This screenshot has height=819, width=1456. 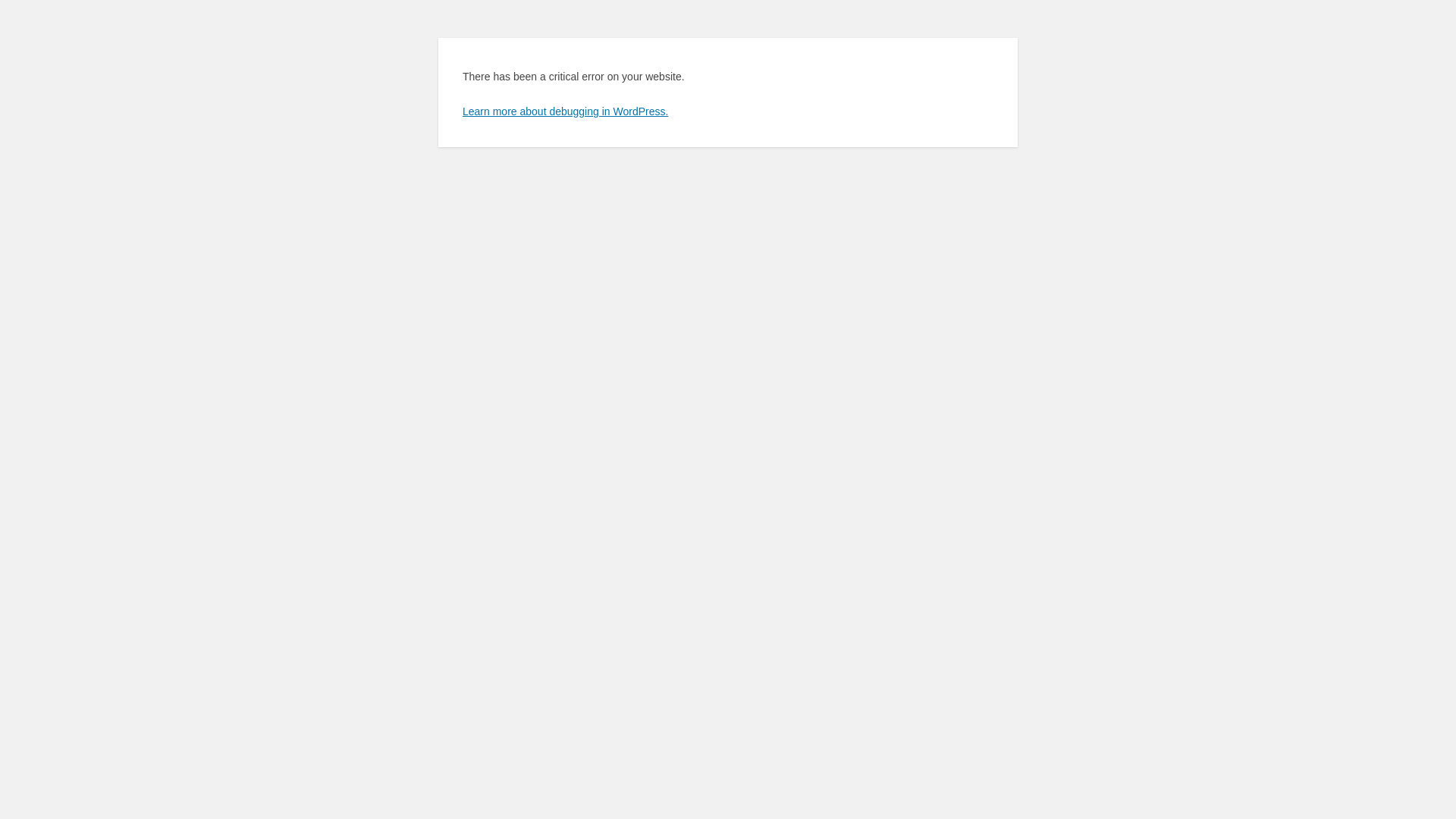 What do you see at coordinates (564, 110) in the screenshot?
I see `'Learn more about debugging in WordPress.'` at bounding box center [564, 110].